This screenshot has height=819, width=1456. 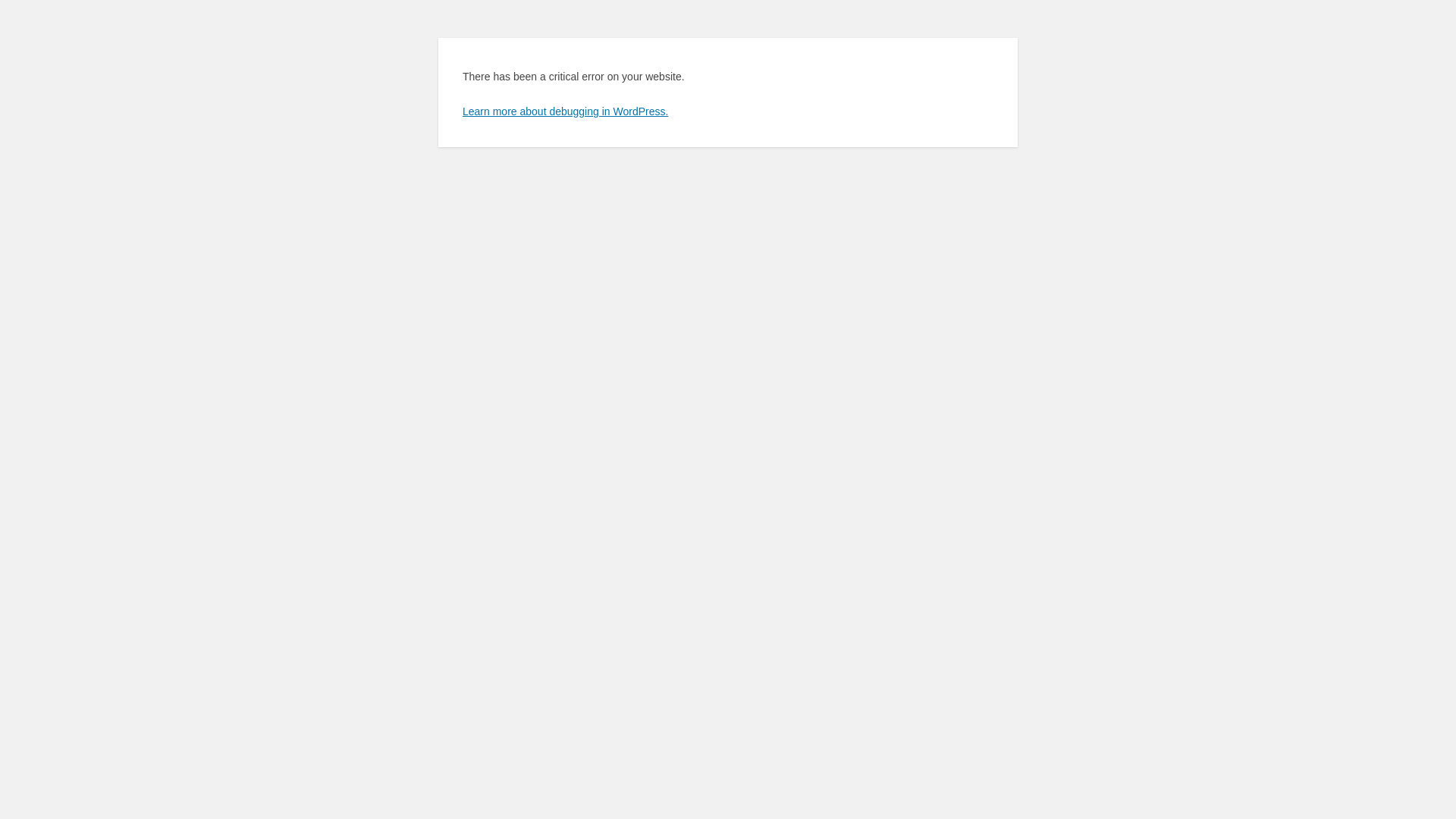 What do you see at coordinates (564, 110) in the screenshot?
I see `'Learn more about debugging in WordPress.'` at bounding box center [564, 110].